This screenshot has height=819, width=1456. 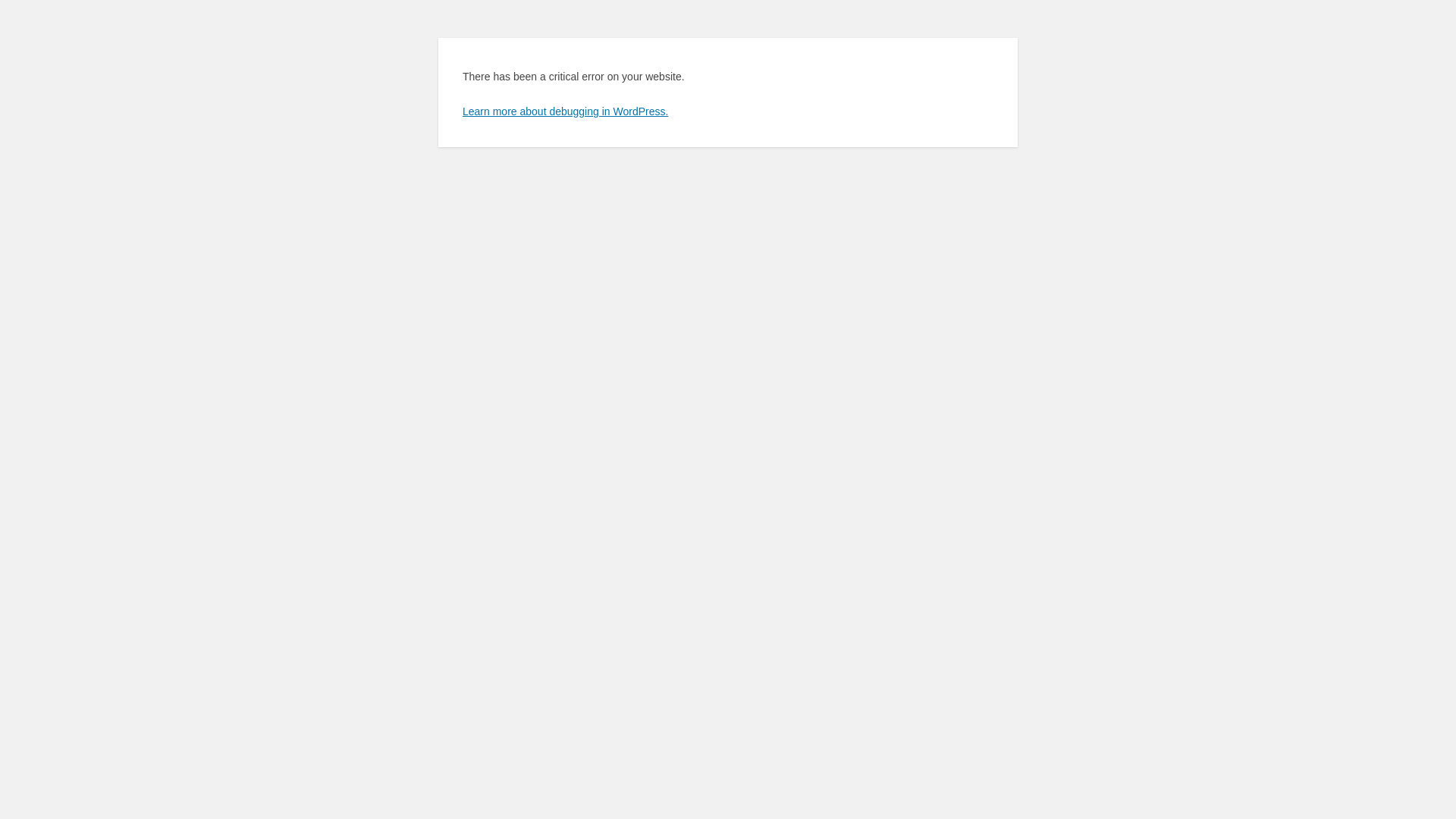 What do you see at coordinates (564, 110) in the screenshot?
I see `'Learn more about debugging in WordPress.'` at bounding box center [564, 110].